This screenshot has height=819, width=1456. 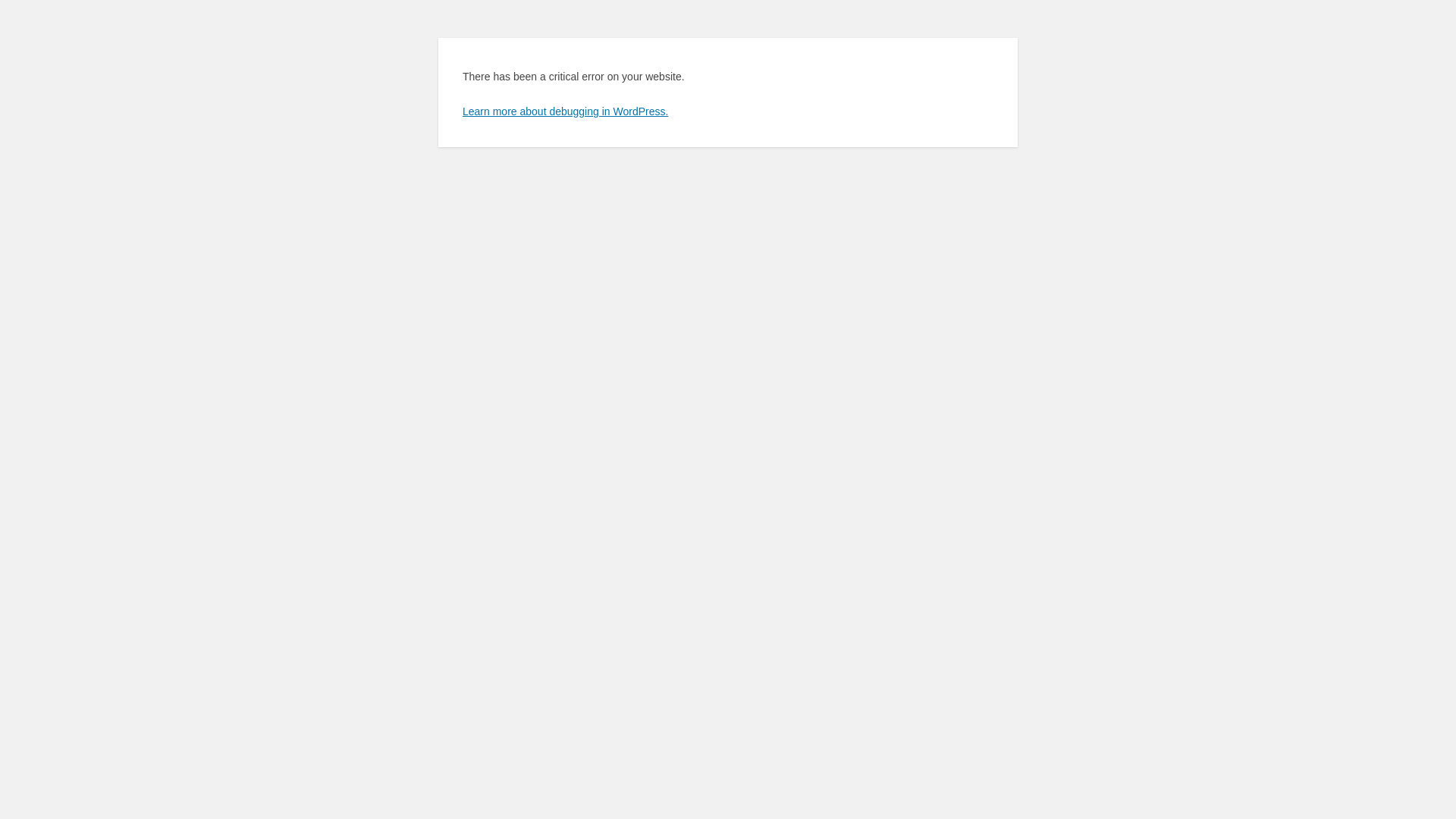 What do you see at coordinates (564, 110) in the screenshot?
I see `'Learn more about debugging in WordPress.'` at bounding box center [564, 110].